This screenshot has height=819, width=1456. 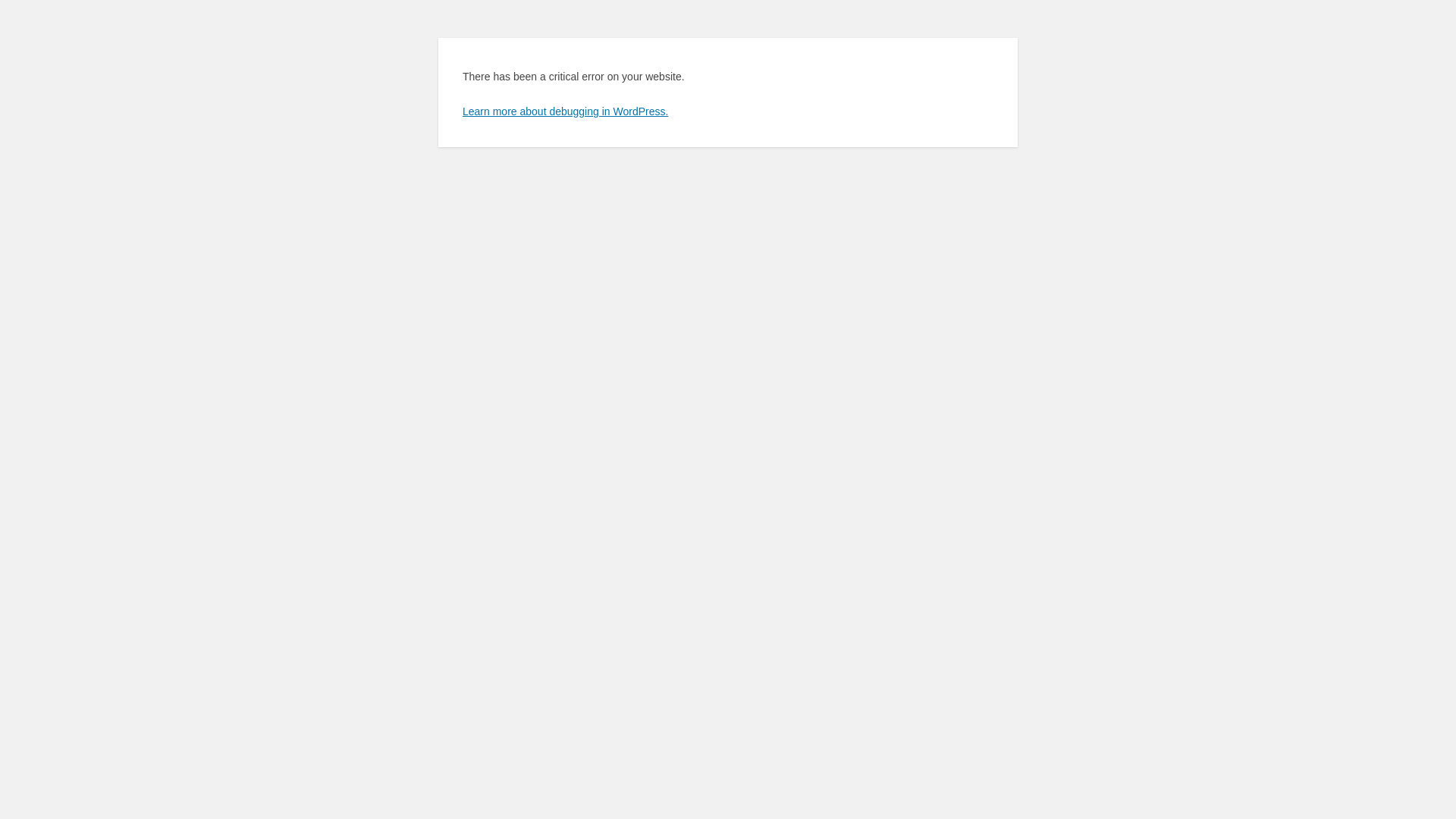 What do you see at coordinates (564, 110) in the screenshot?
I see `'Learn more about debugging in WordPress.'` at bounding box center [564, 110].